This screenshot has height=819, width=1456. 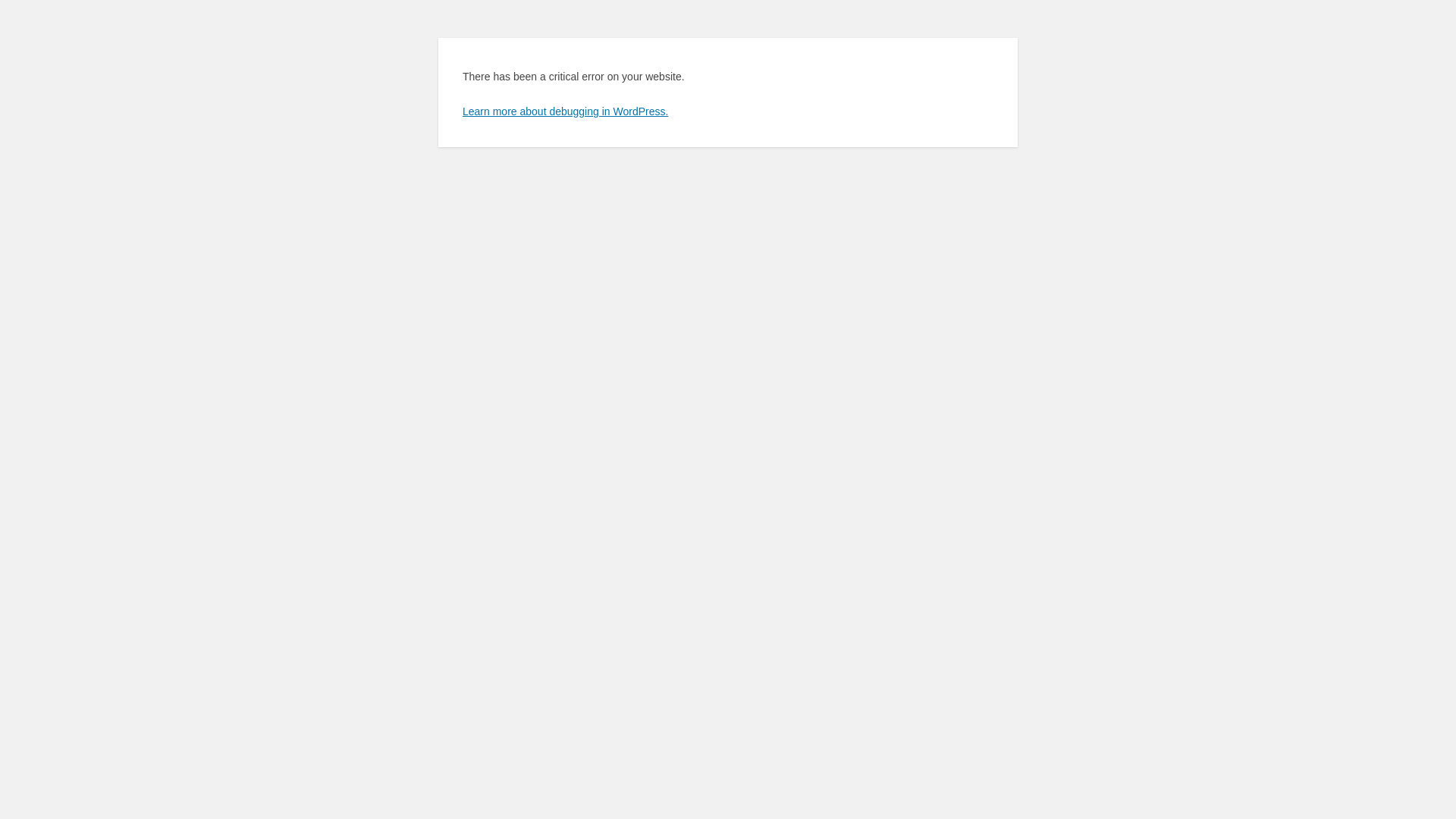 What do you see at coordinates (564, 110) in the screenshot?
I see `'Learn more about debugging in WordPress.'` at bounding box center [564, 110].